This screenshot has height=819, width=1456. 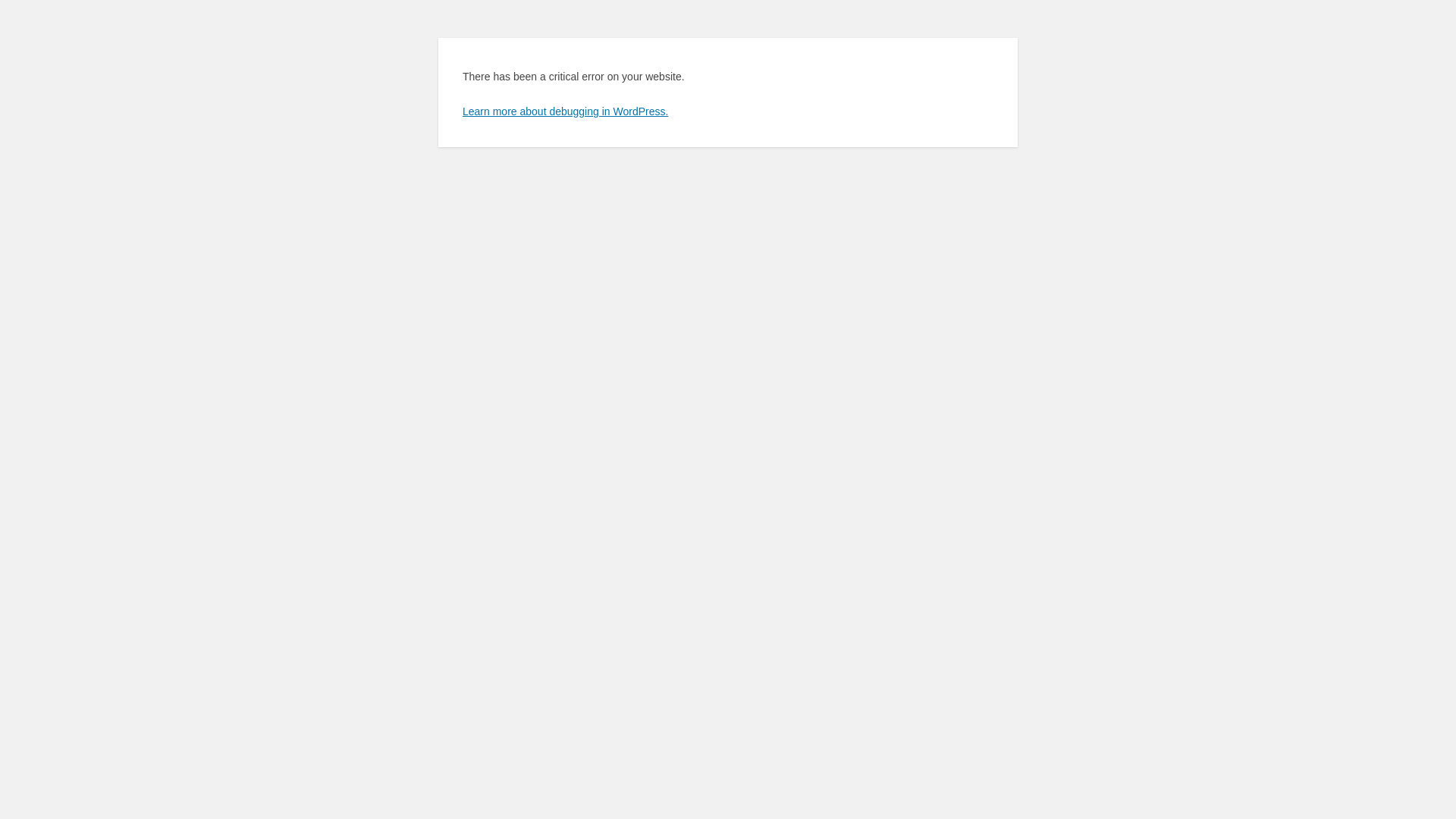 What do you see at coordinates (564, 110) in the screenshot?
I see `'Learn more about debugging in WordPress.'` at bounding box center [564, 110].